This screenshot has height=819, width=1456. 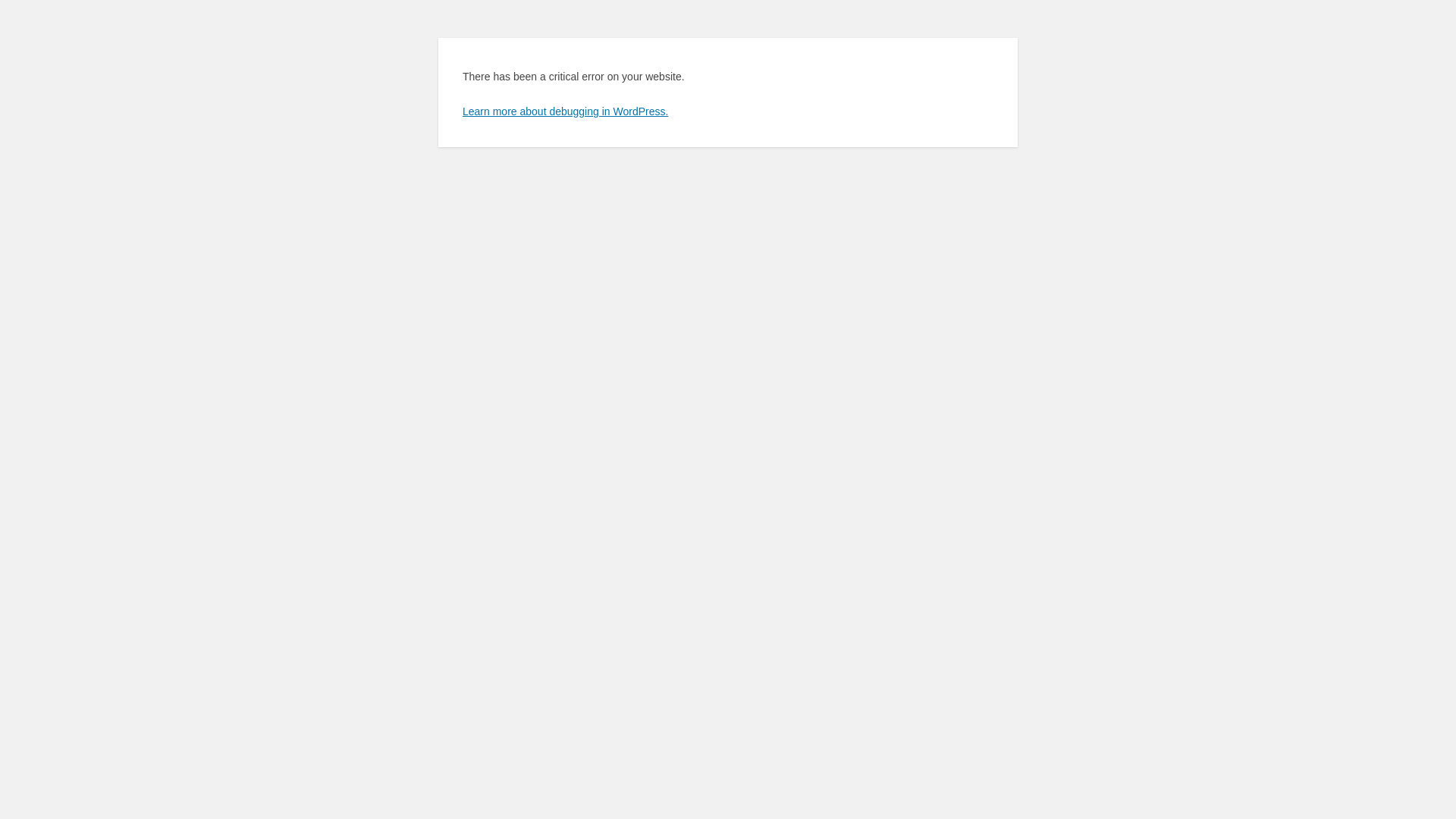 What do you see at coordinates (564, 110) in the screenshot?
I see `'Learn more about debugging in WordPress.'` at bounding box center [564, 110].